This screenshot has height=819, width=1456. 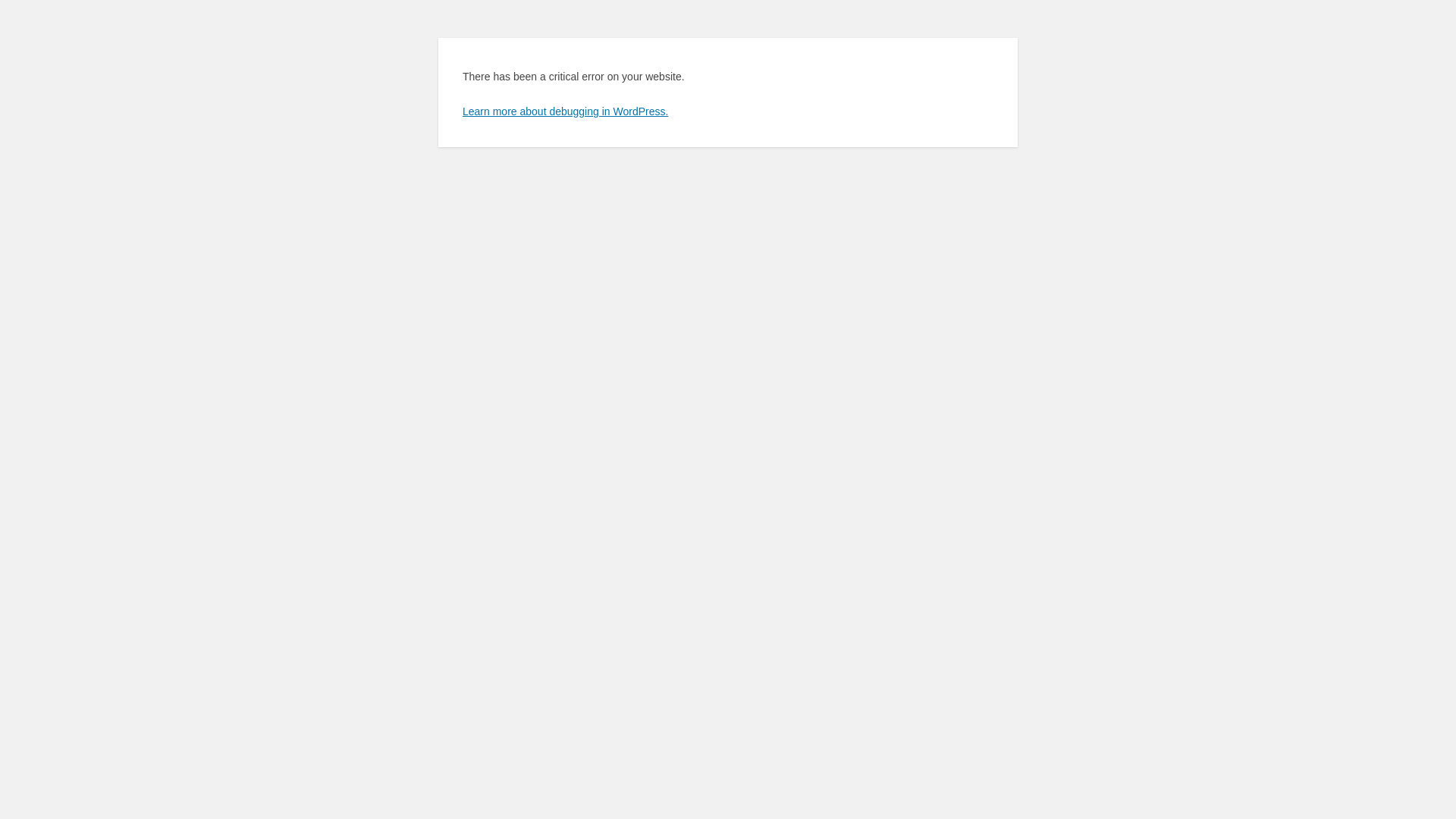 What do you see at coordinates (564, 110) in the screenshot?
I see `'Learn more about debugging in WordPress.'` at bounding box center [564, 110].